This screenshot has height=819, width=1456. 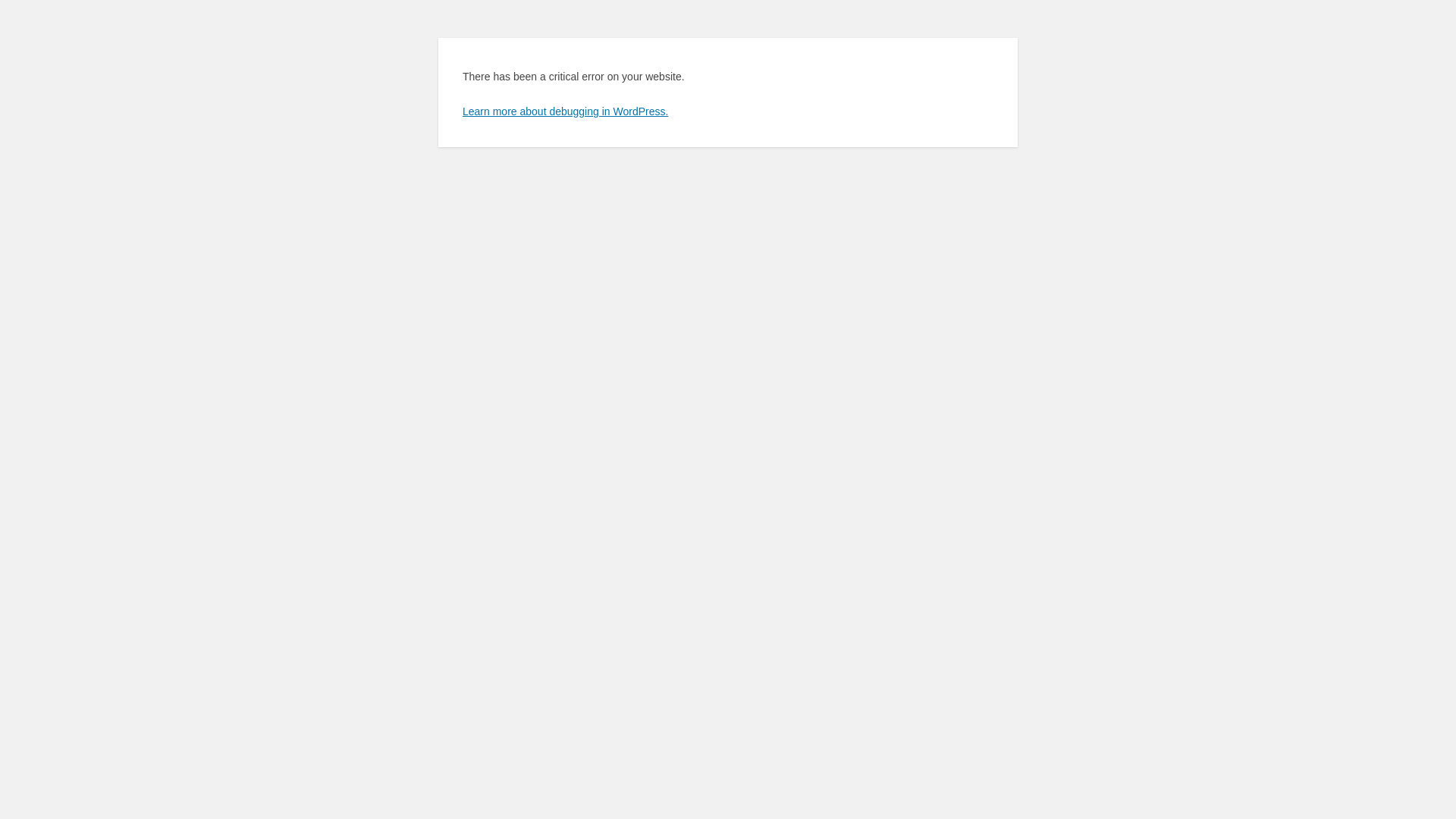 What do you see at coordinates (564, 110) in the screenshot?
I see `'Learn more about debugging in WordPress.'` at bounding box center [564, 110].